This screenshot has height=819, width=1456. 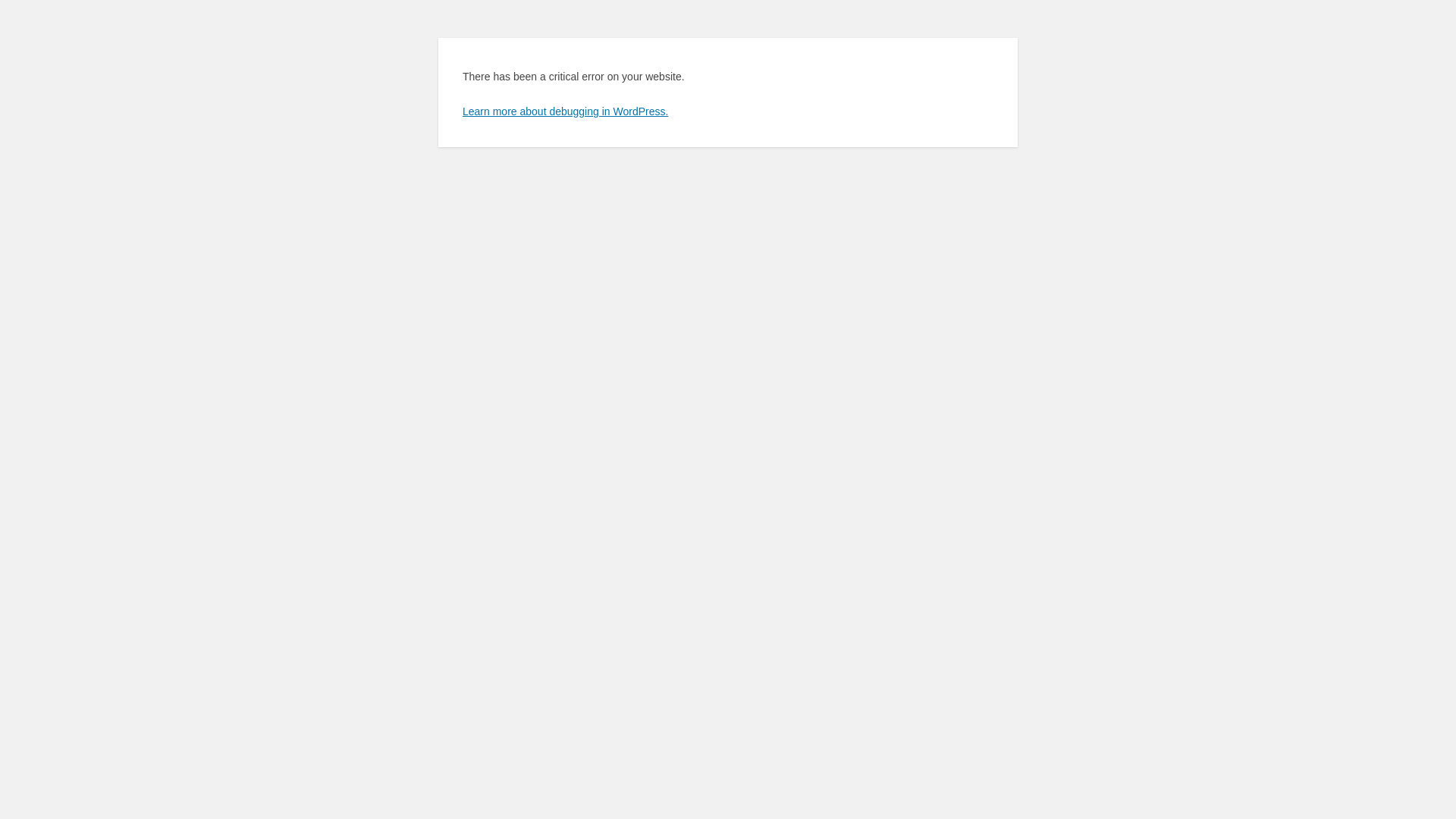 What do you see at coordinates (564, 110) in the screenshot?
I see `'Learn more about debugging in WordPress.'` at bounding box center [564, 110].